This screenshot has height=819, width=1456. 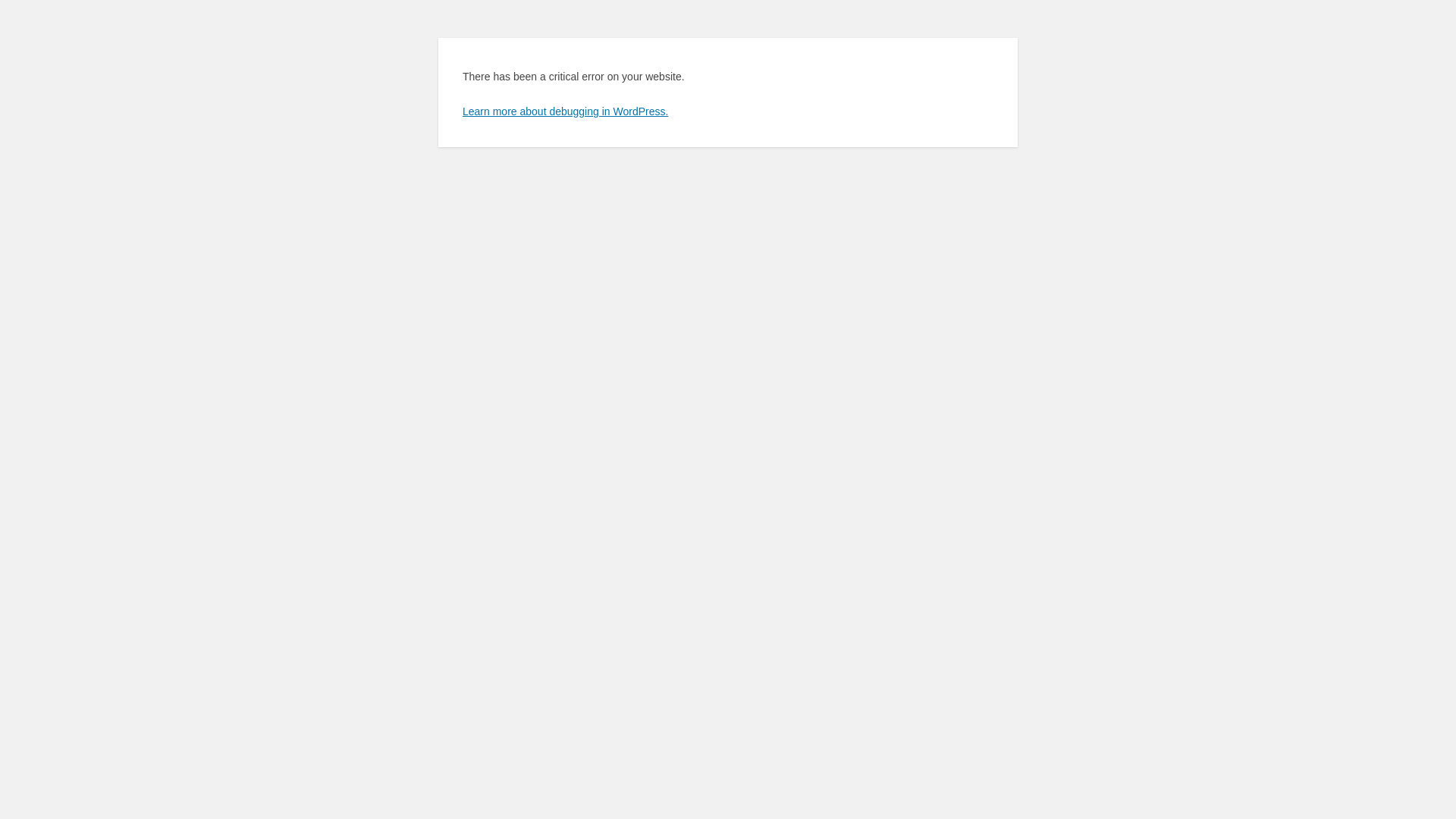 What do you see at coordinates (564, 110) in the screenshot?
I see `'Learn more about debugging in WordPress.'` at bounding box center [564, 110].